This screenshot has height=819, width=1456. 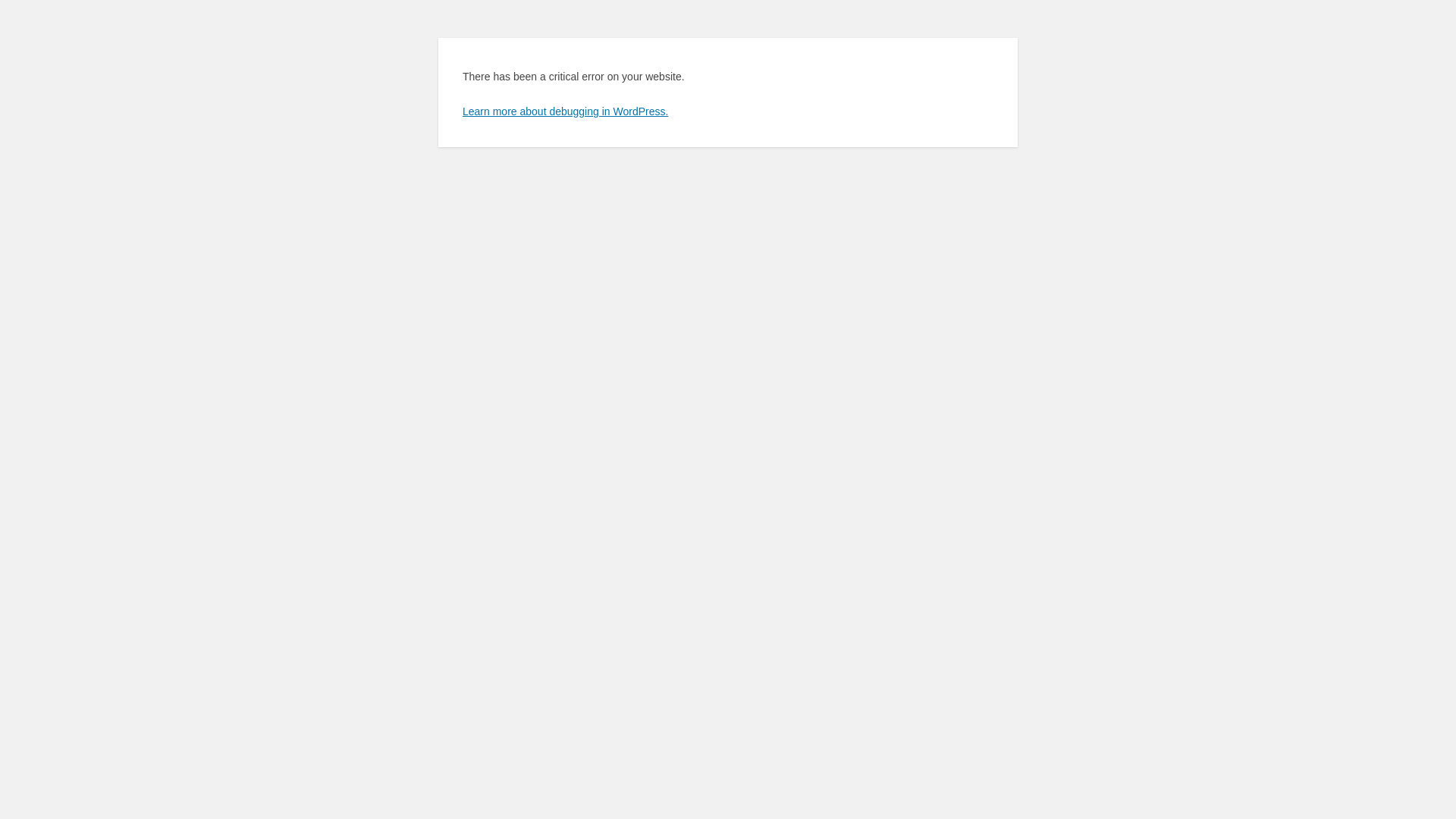 What do you see at coordinates (564, 110) in the screenshot?
I see `'Learn more about debugging in WordPress.'` at bounding box center [564, 110].